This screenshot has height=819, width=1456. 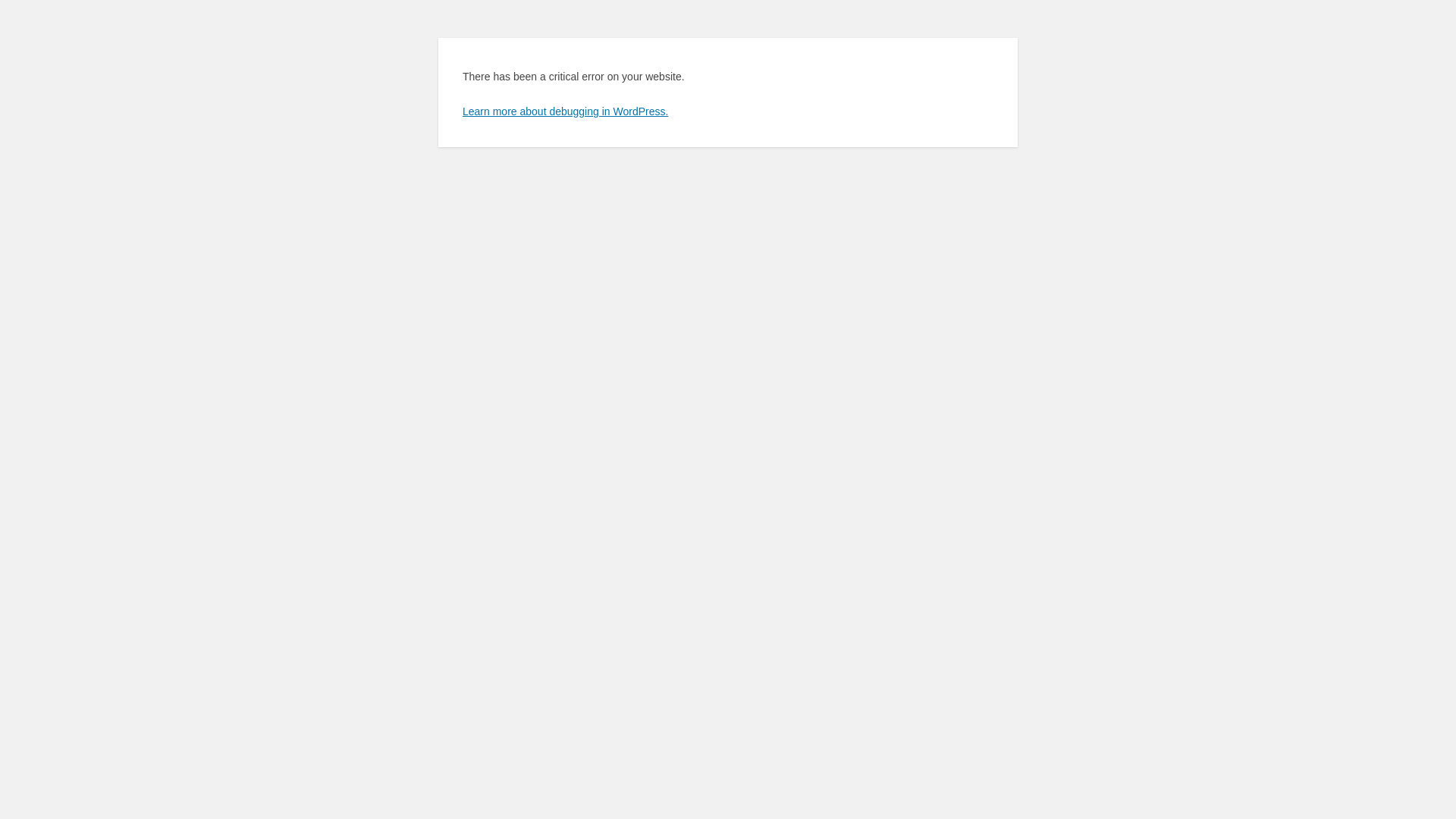 What do you see at coordinates (564, 110) in the screenshot?
I see `'Learn more about debugging in WordPress.'` at bounding box center [564, 110].